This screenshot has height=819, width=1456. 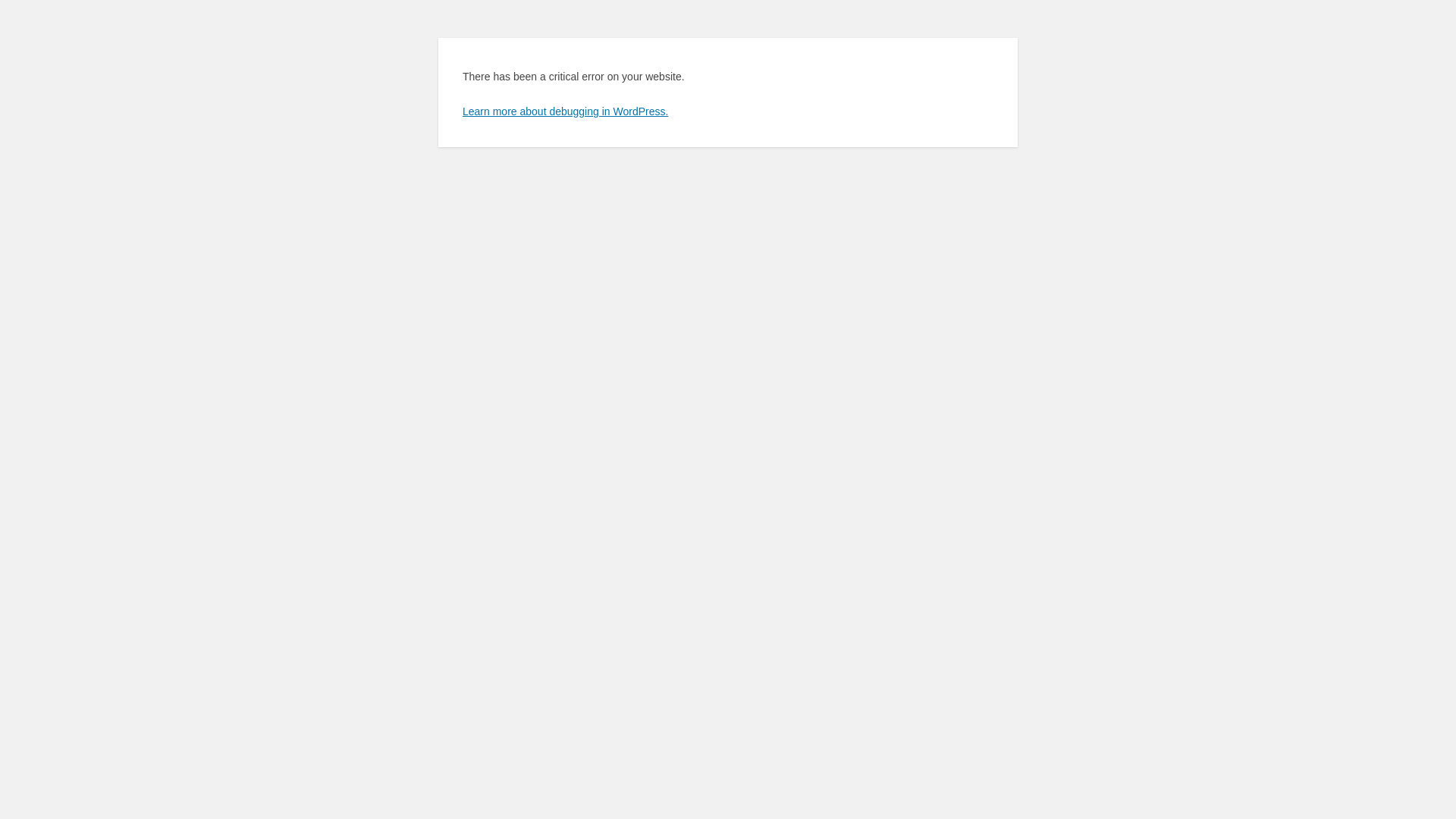 What do you see at coordinates (564, 110) in the screenshot?
I see `'Learn more about debugging in WordPress.'` at bounding box center [564, 110].